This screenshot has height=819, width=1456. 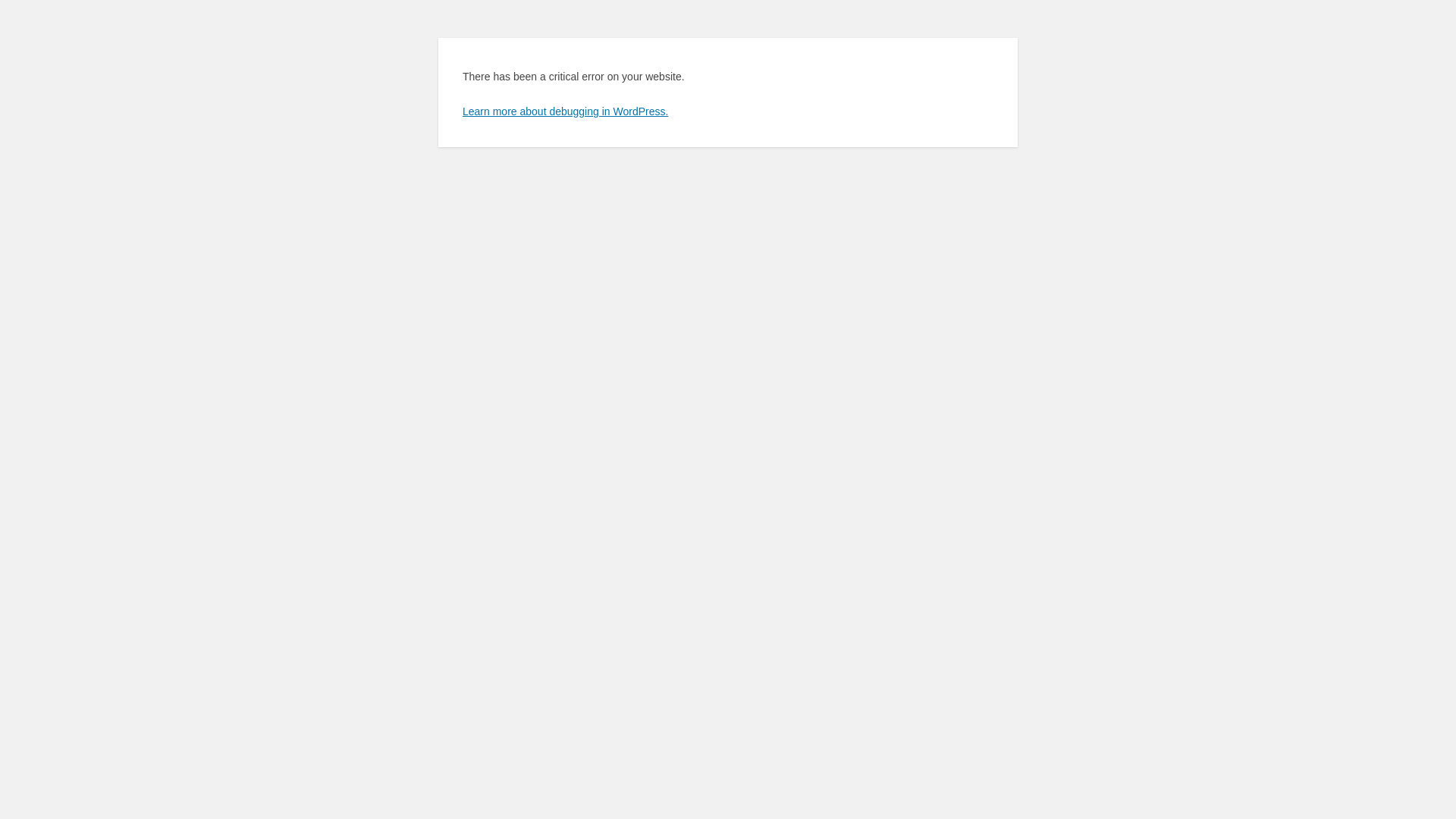 What do you see at coordinates (564, 110) in the screenshot?
I see `'Learn more about debugging in WordPress.'` at bounding box center [564, 110].